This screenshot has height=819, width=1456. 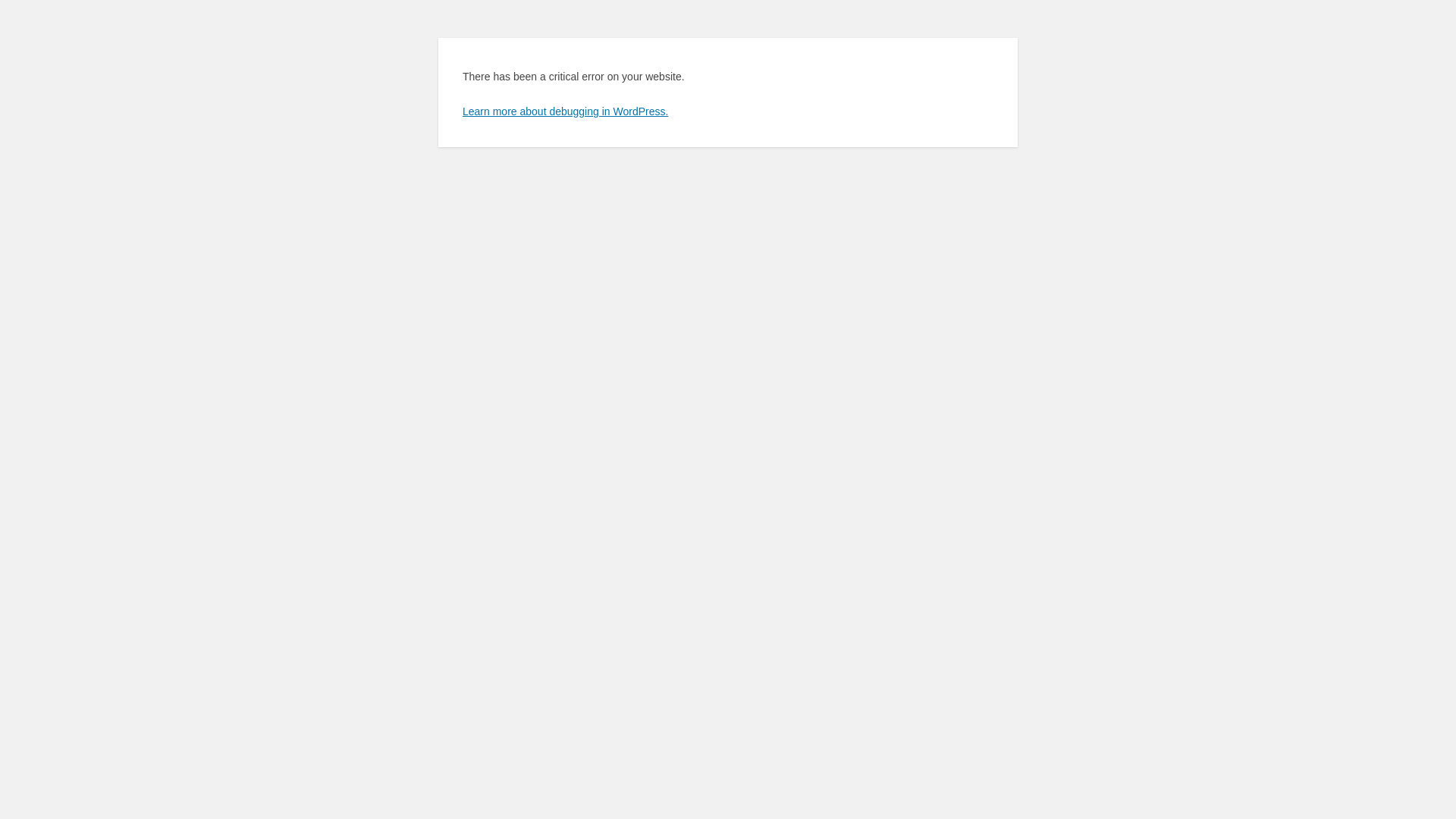 What do you see at coordinates (564, 110) in the screenshot?
I see `'Learn more about debugging in WordPress.'` at bounding box center [564, 110].